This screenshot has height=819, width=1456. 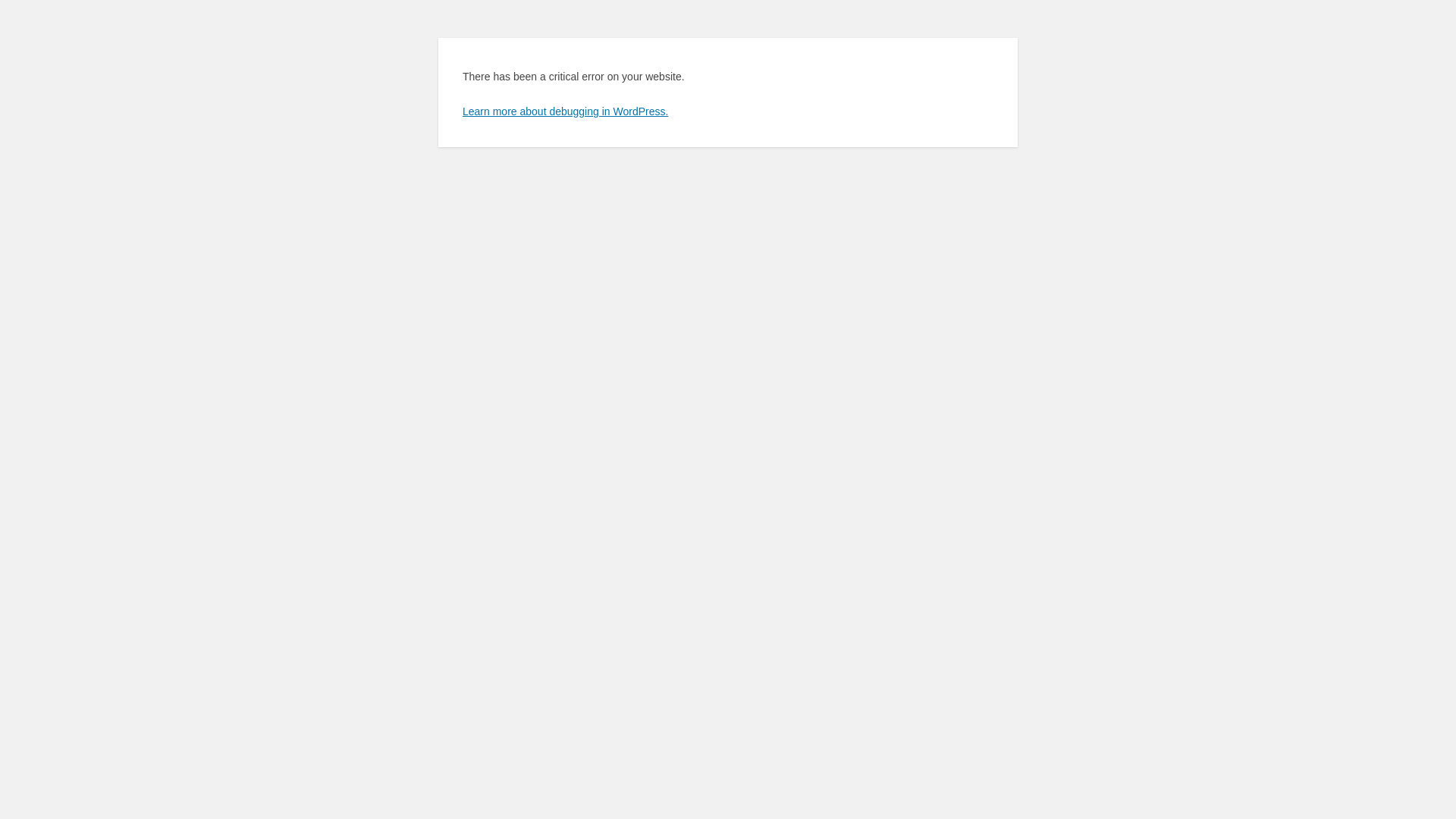 What do you see at coordinates (564, 110) in the screenshot?
I see `'Learn more about debugging in WordPress.'` at bounding box center [564, 110].